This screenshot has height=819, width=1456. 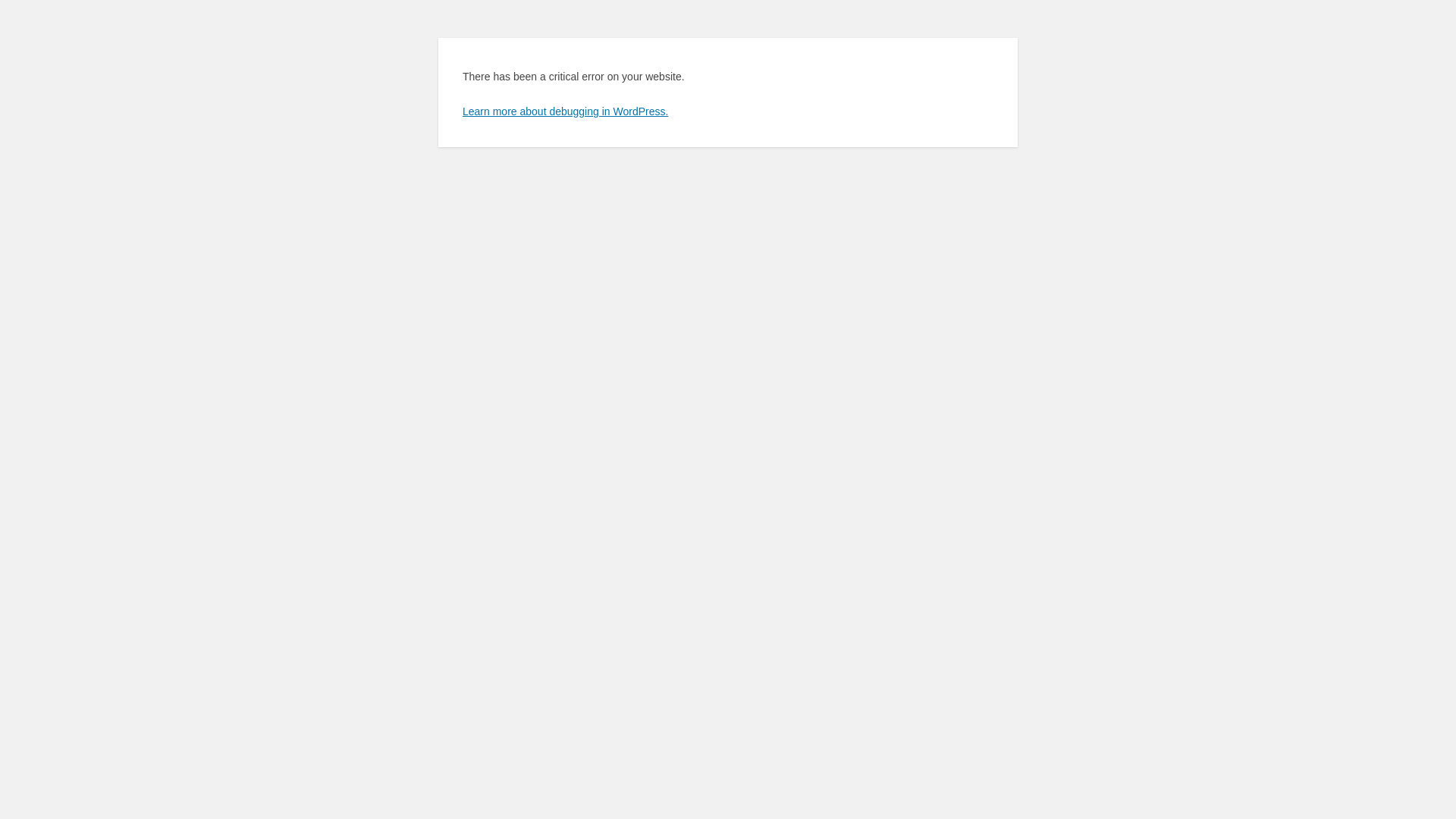 What do you see at coordinates (564, 110) in the screenshot?
I see `'Learn more about debugging in WordPress.'` at bounding box center [564, 110].